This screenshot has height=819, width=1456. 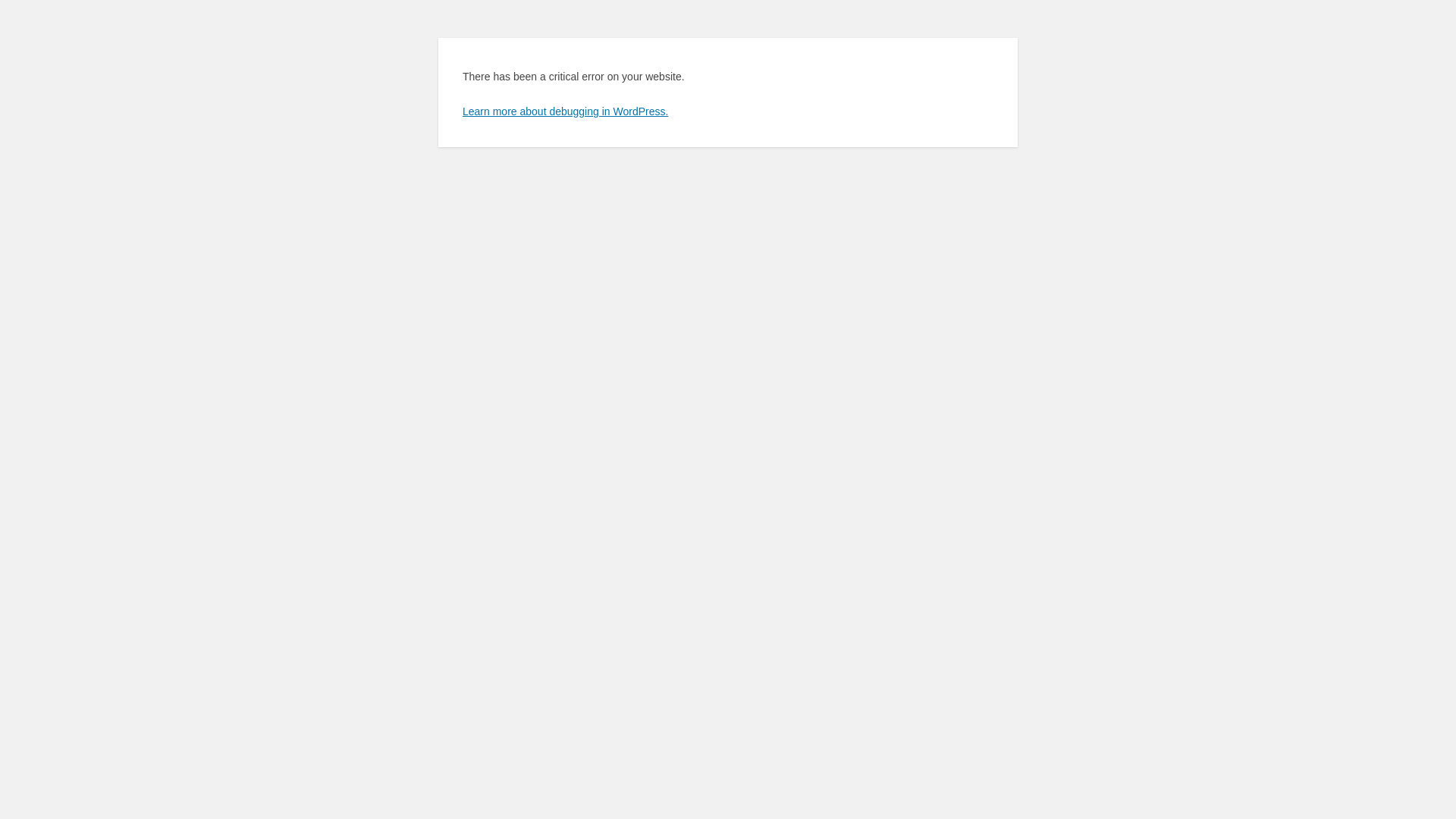 What do you see at coordinates (564, 110) in the screenshot?
I see `'Learn more about debugging in WordPress.'` at bounding box center [564, 110].